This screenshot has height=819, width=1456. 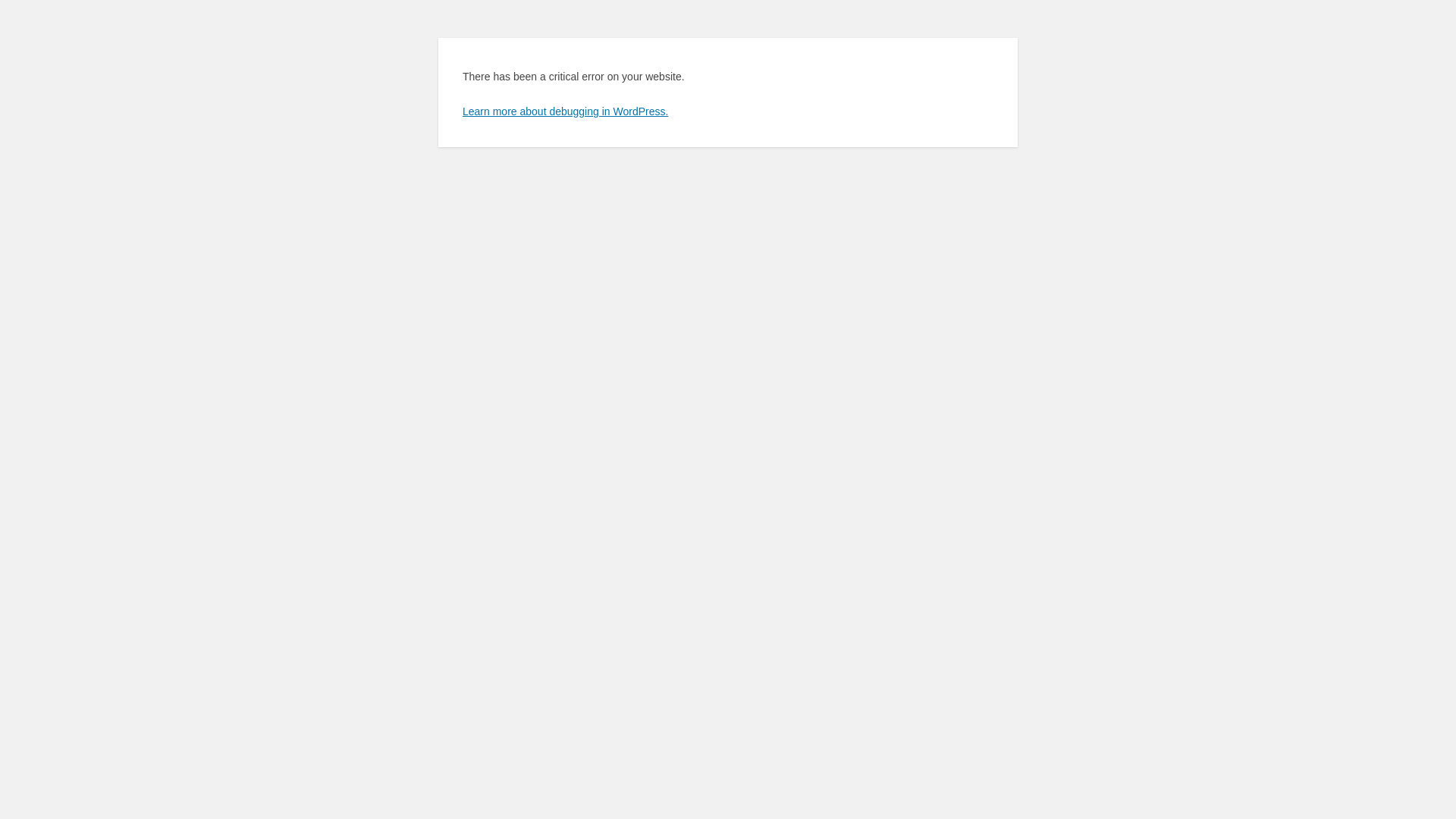 What do you see at coordinates (564, 110) in the screenshot?
I see `'Learn more about debugging in WordPress.'` at bounding box center [564, 110].